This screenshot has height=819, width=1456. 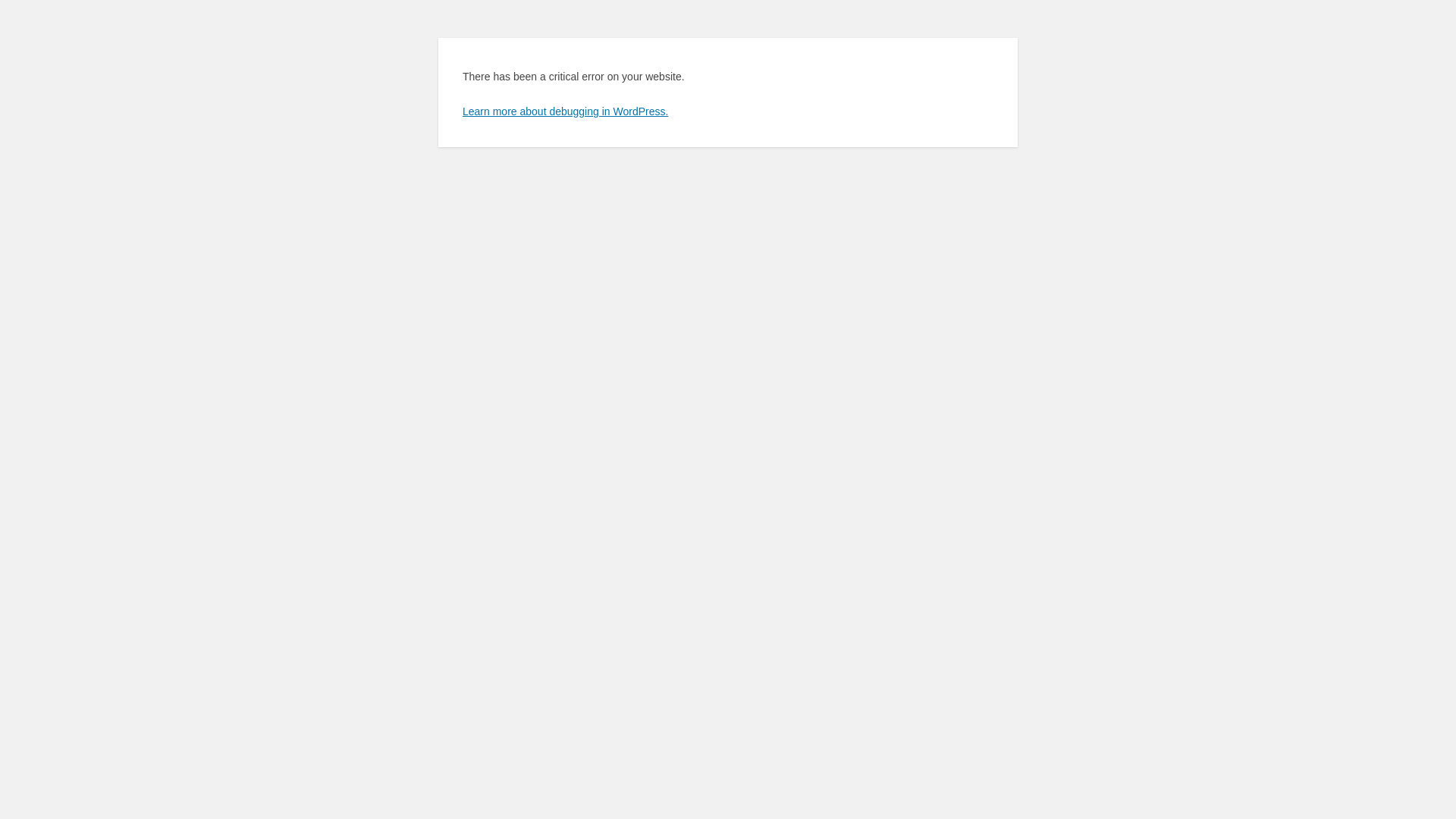 What do you see at coordinates (564, 110) in the screenshot?
I see `'Learn more about debugging in WordPress.'` at bounding box center [564, 110].